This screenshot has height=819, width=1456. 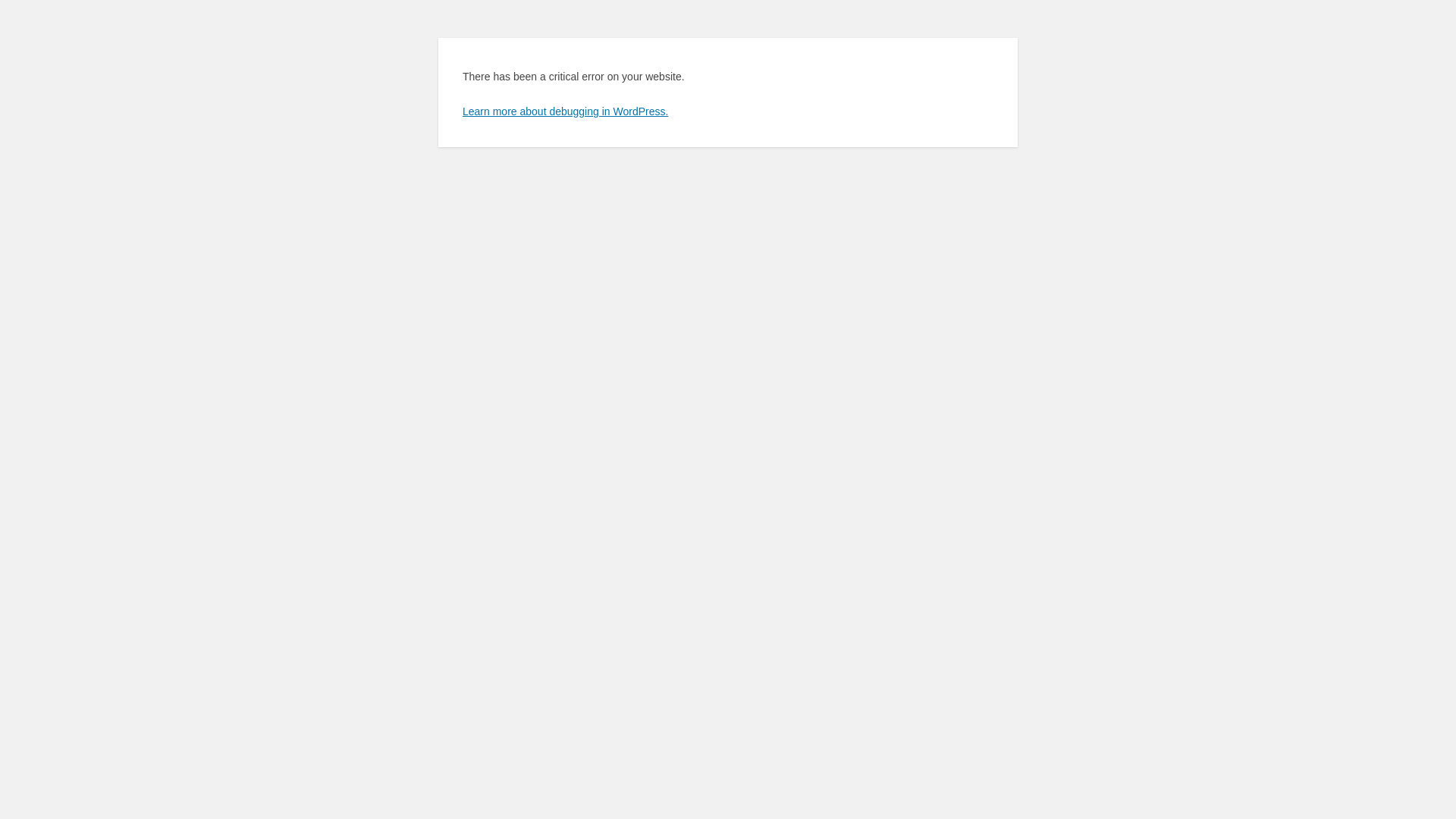 What do you see at coordinates (564, 110) in the screenshot?
I see `'Learn more about debugging in WordPress.'` at bounding box center [564, 110].